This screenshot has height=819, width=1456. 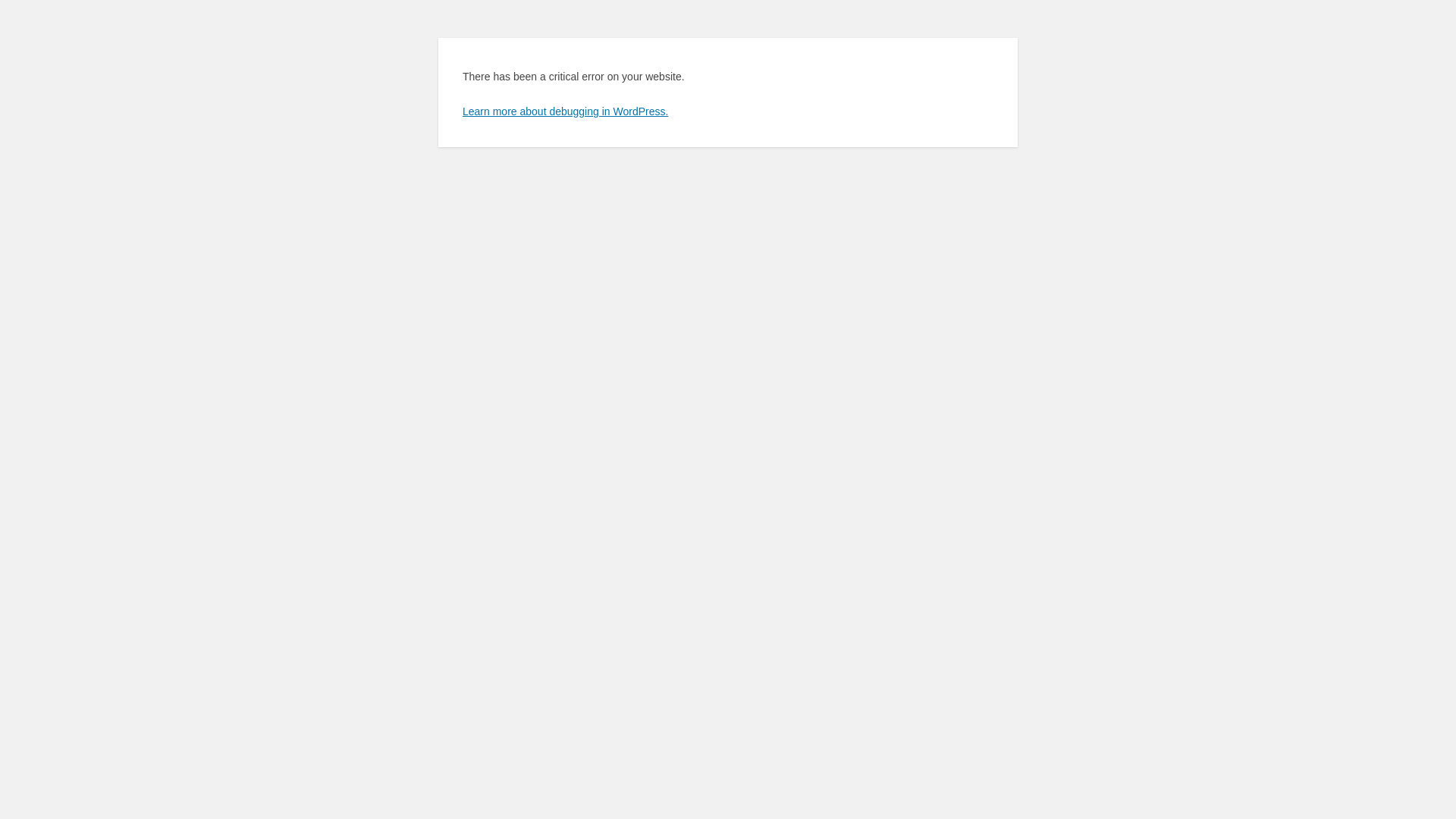 What do you see at coordinates (564, 110) in the screenshot?
I see `'Learn more about debugging in WordPress.'` at bounding box center [564, 110].